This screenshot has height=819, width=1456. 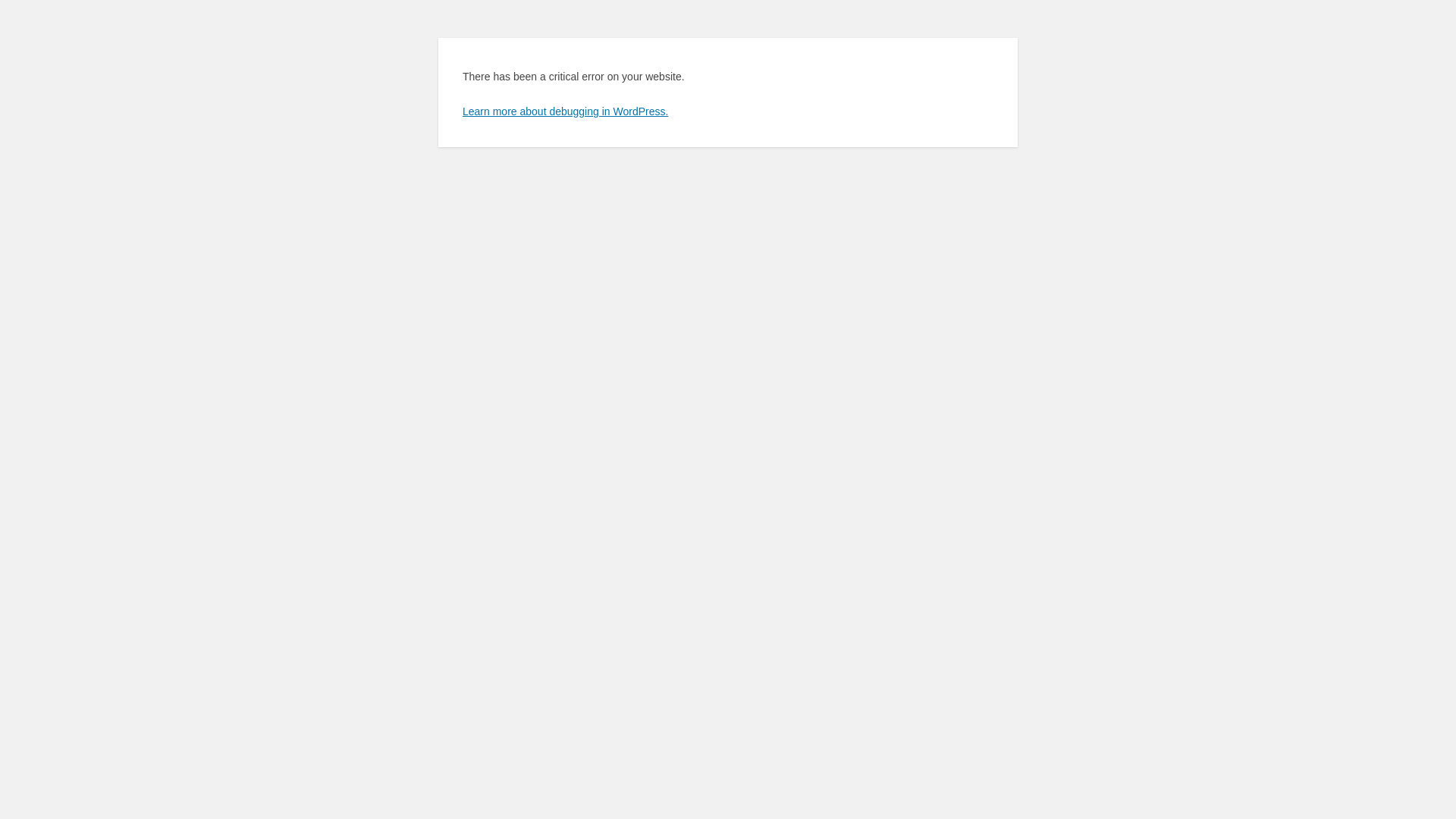 What do you see at coordinates (564, 110) in the screenshot?
I see `'Learn more about debugging in WordPress.'` at bounding box center [564, 110].